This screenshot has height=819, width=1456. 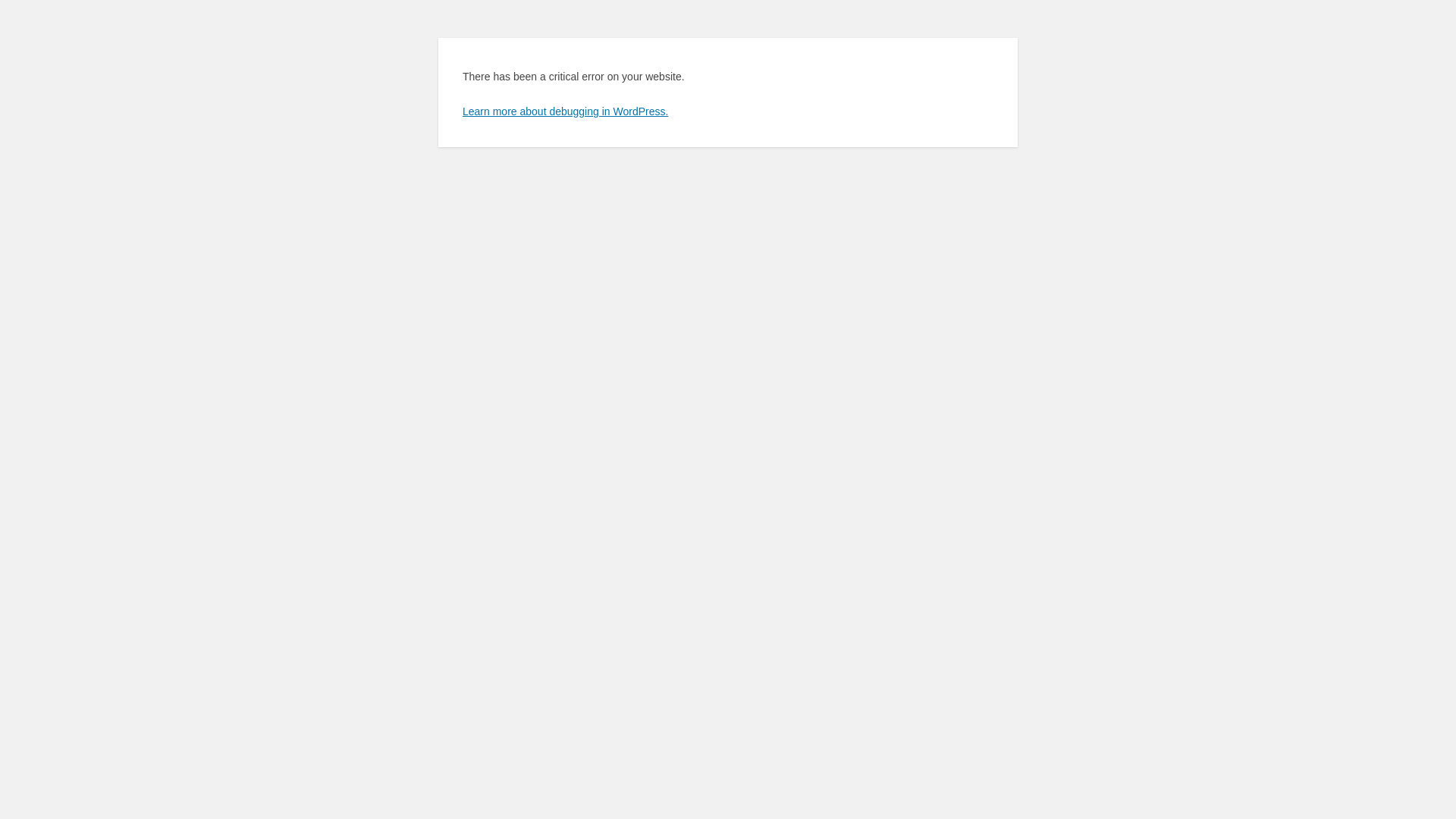 What do you see at coordinates (564, 110) in the screenshot?
I see `'Learn more about debugging in WordPress.'` at bounding box center [564, 110].